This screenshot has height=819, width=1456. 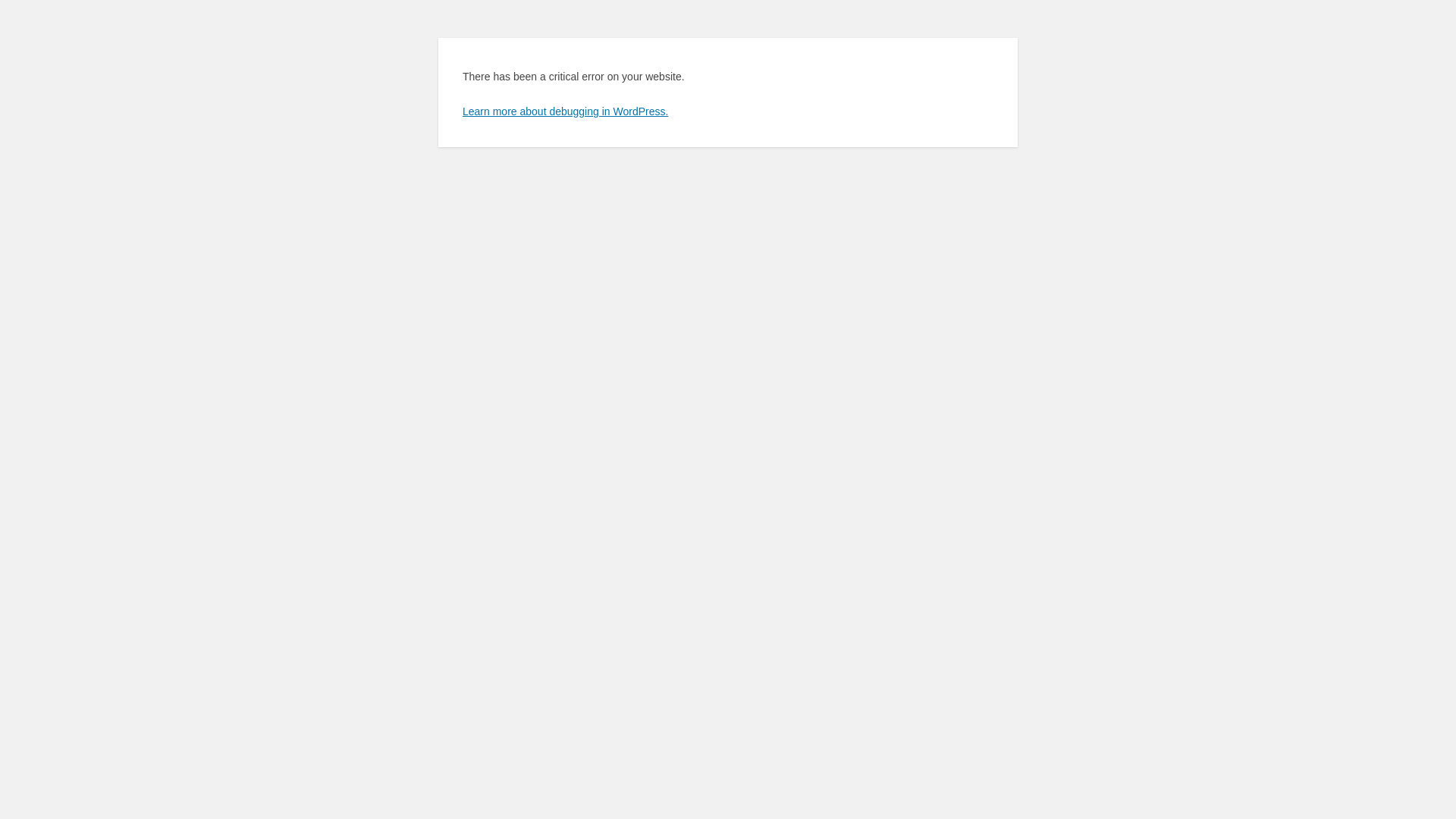 What do you see at coordinates (564, 110) in the screenshot?
I see `'Learn more about debugging in WordPress.'` at bounding box center [564, 110].